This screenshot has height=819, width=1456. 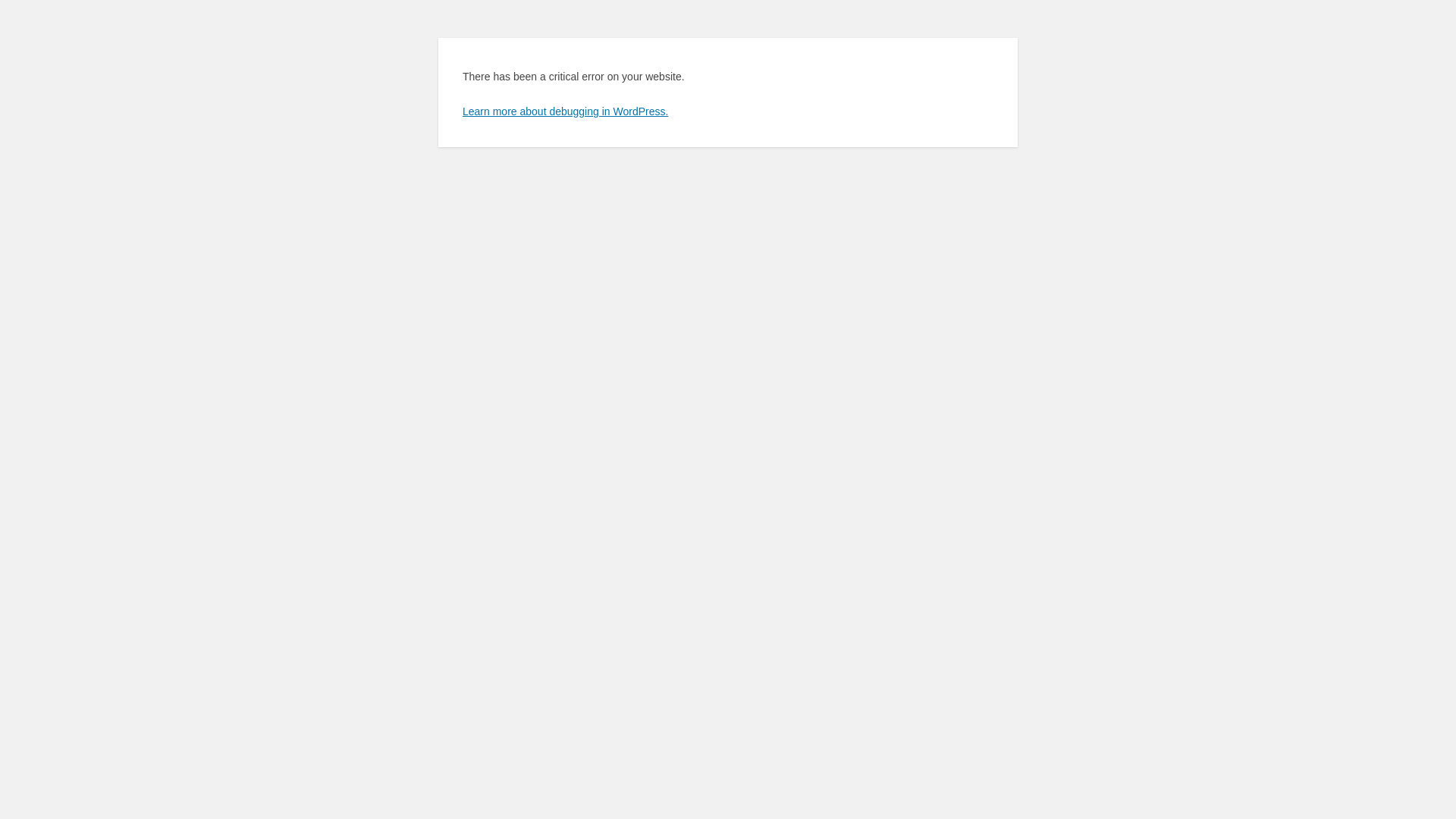 What do you see at coordinates (564, 110) in the screenshot?
I see `'Learn more about debugging in WordPress.'` at bounding box center [564, 110].